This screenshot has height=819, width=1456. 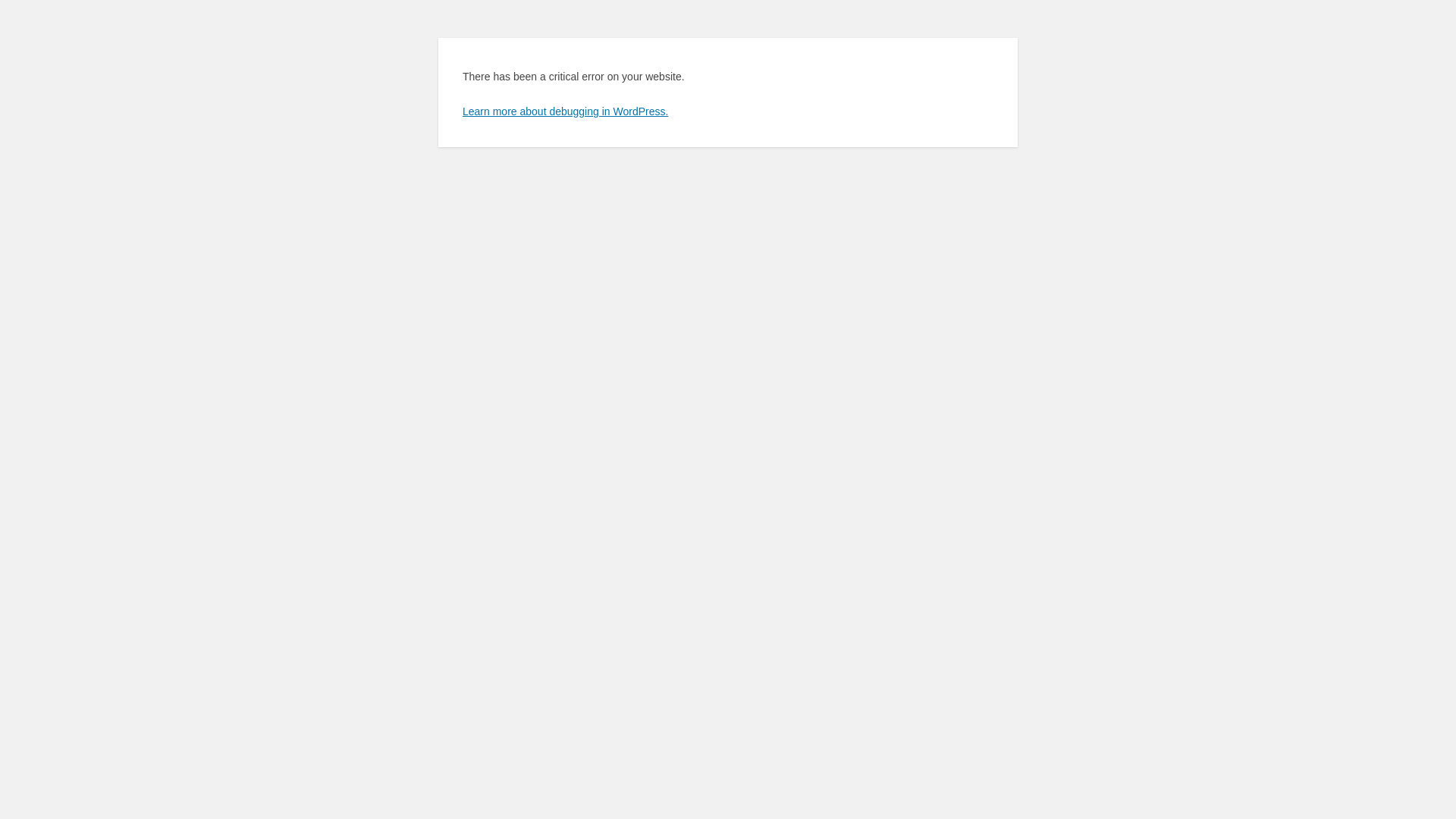 What do you see at coordinates (564, 110) in the screenshot?
I see `'Learn more about debugging in WordPress.'` at bounding box center [564, 110].